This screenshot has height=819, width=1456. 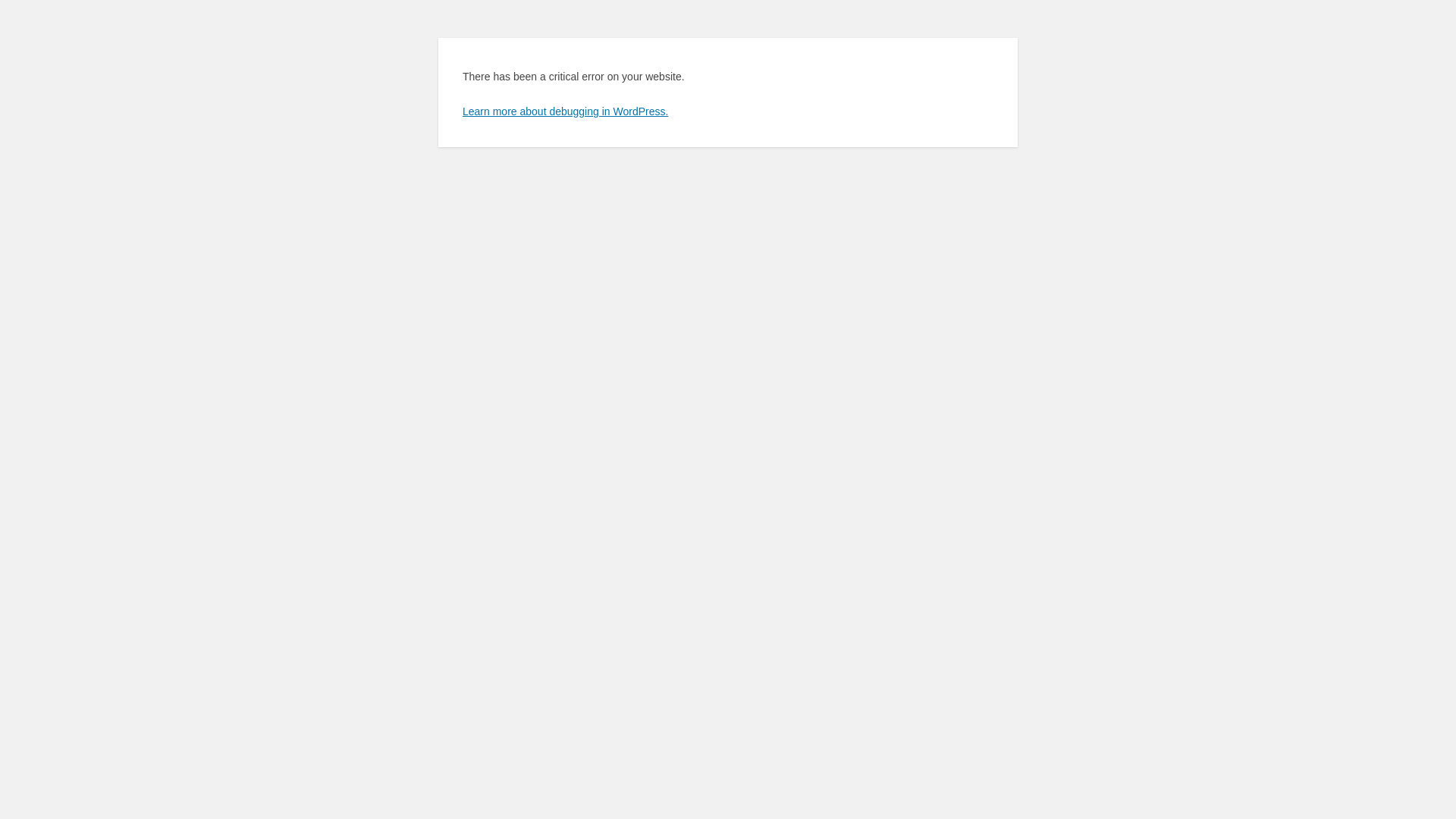 What do you see at coordinates (564, 110) in the screenshot?
I see `'Learn more about debugging in WordPress.'` at bounding box center [564, 110].